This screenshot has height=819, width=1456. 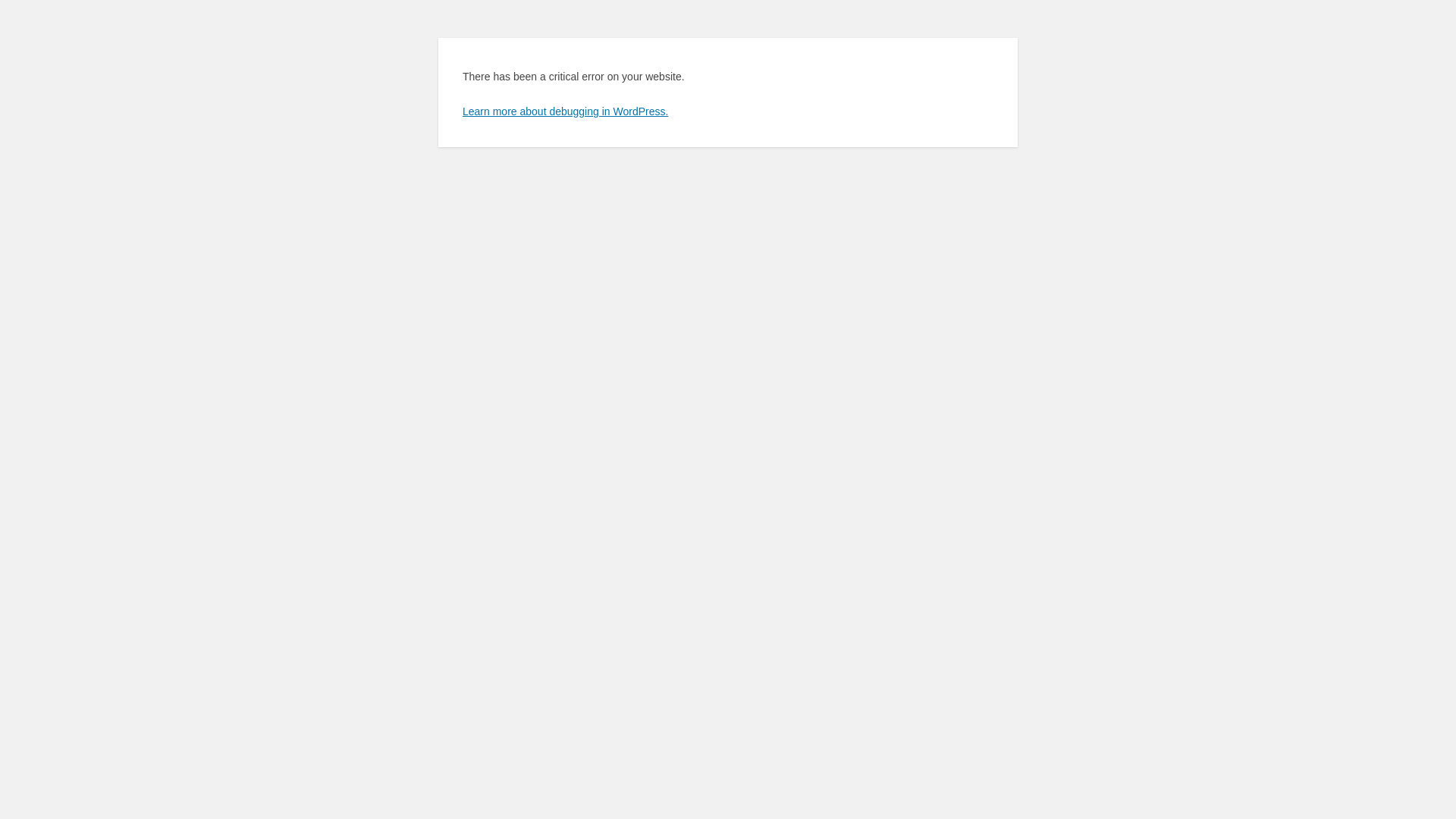 What do you see at coordinates (564, 110) in the screenshot?
I see `'Learn more about debugging in WordPress.'` at bounding box center [564, 110].